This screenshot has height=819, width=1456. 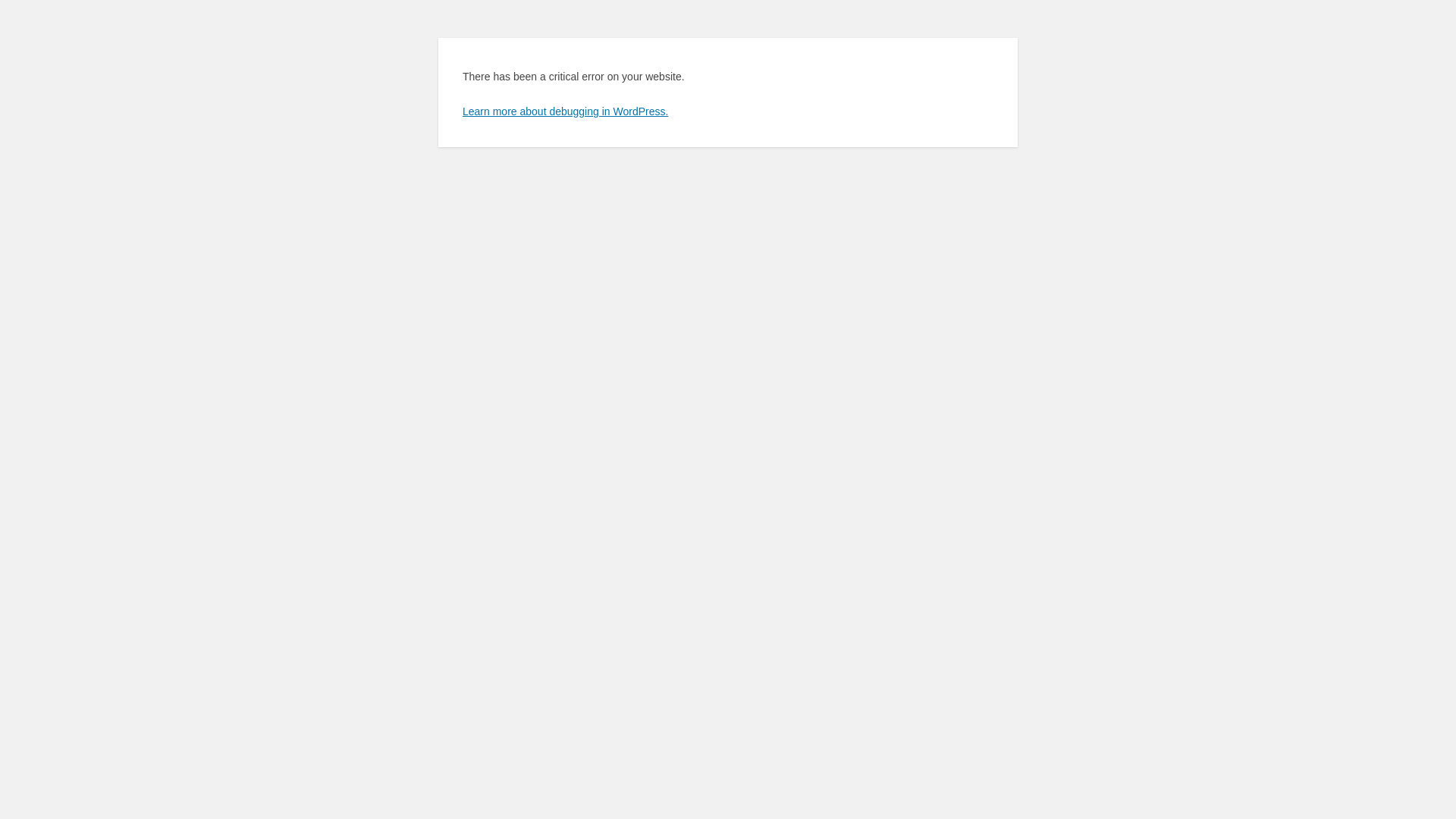 What do you see at coordinates (564, 110) in the screenshot?
I see `'Learn more about debugging in WordPress.'` at bounding box center [564, 110].